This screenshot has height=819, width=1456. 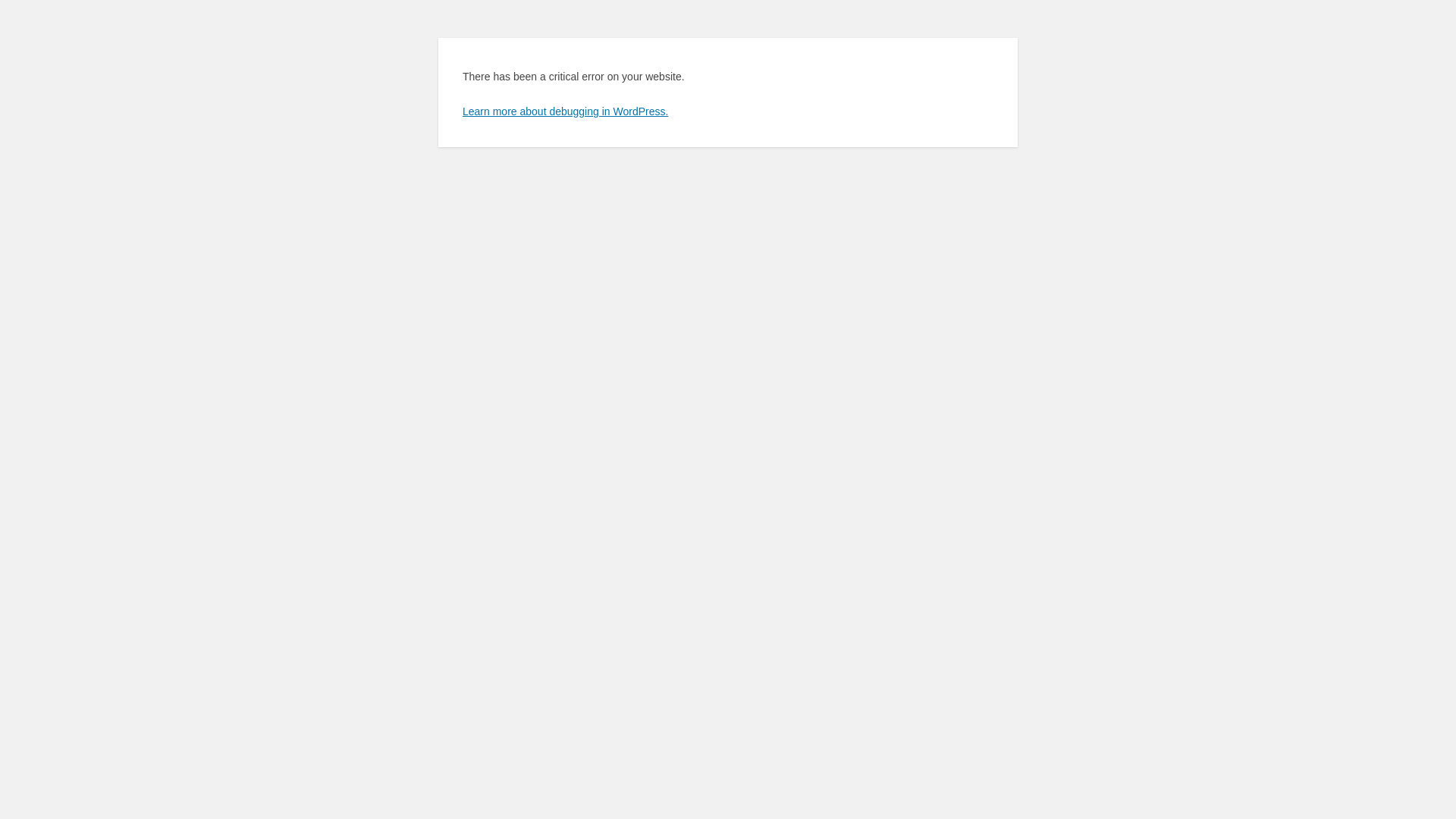 What do you see at coordinates (564, 110) in the screenshot?
I see `'Learn more about debugging in WordPress.'` at bounding box center [564, 110].